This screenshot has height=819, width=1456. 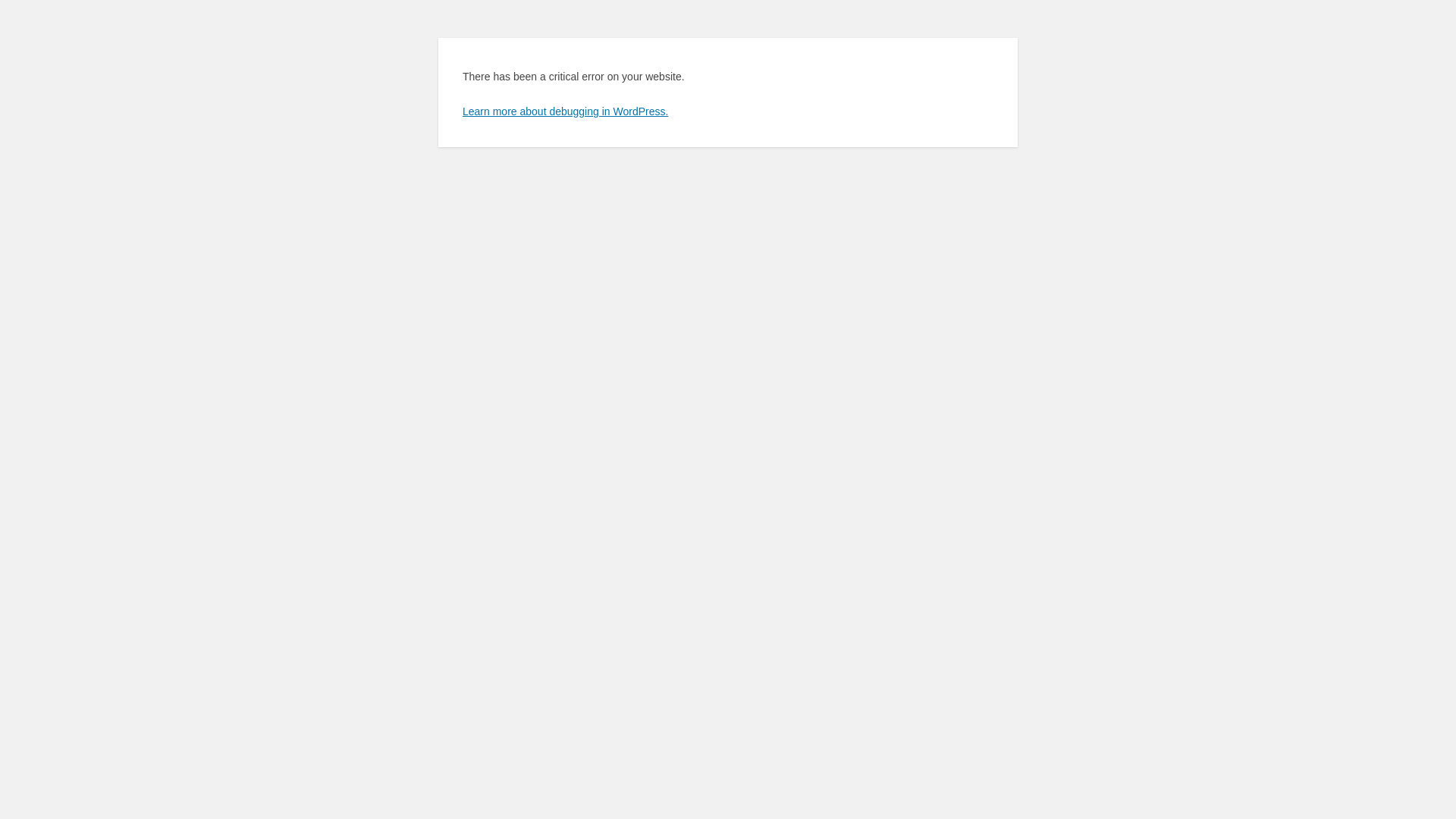 What do you see at coordinates (564, 110) in the screenshot?
I see `'Learn more about debugging in WordPress.'` at bounding box center [564, 110].